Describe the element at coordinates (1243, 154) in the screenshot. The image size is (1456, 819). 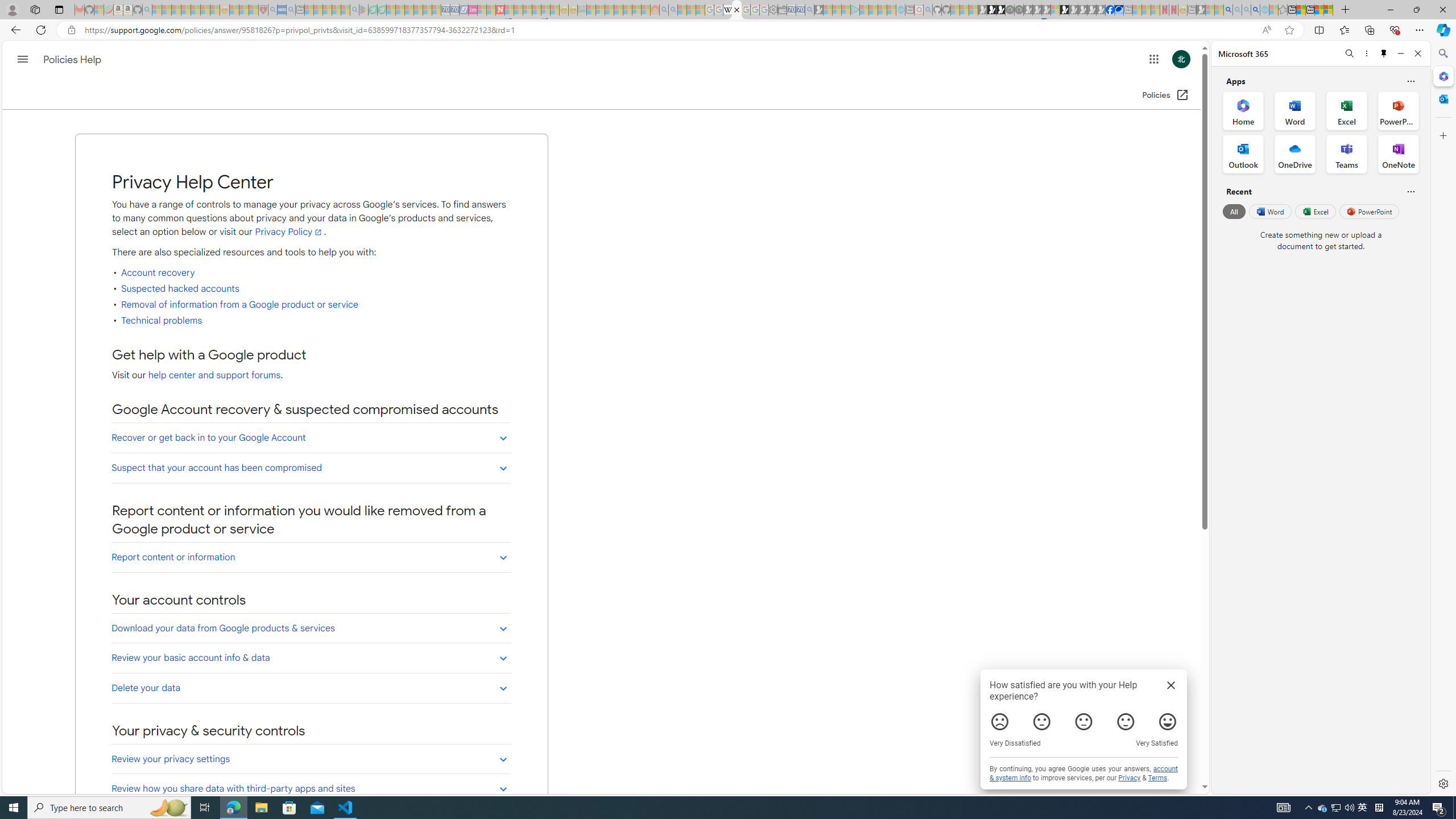
I see `'Outlook Office App'` at that location.